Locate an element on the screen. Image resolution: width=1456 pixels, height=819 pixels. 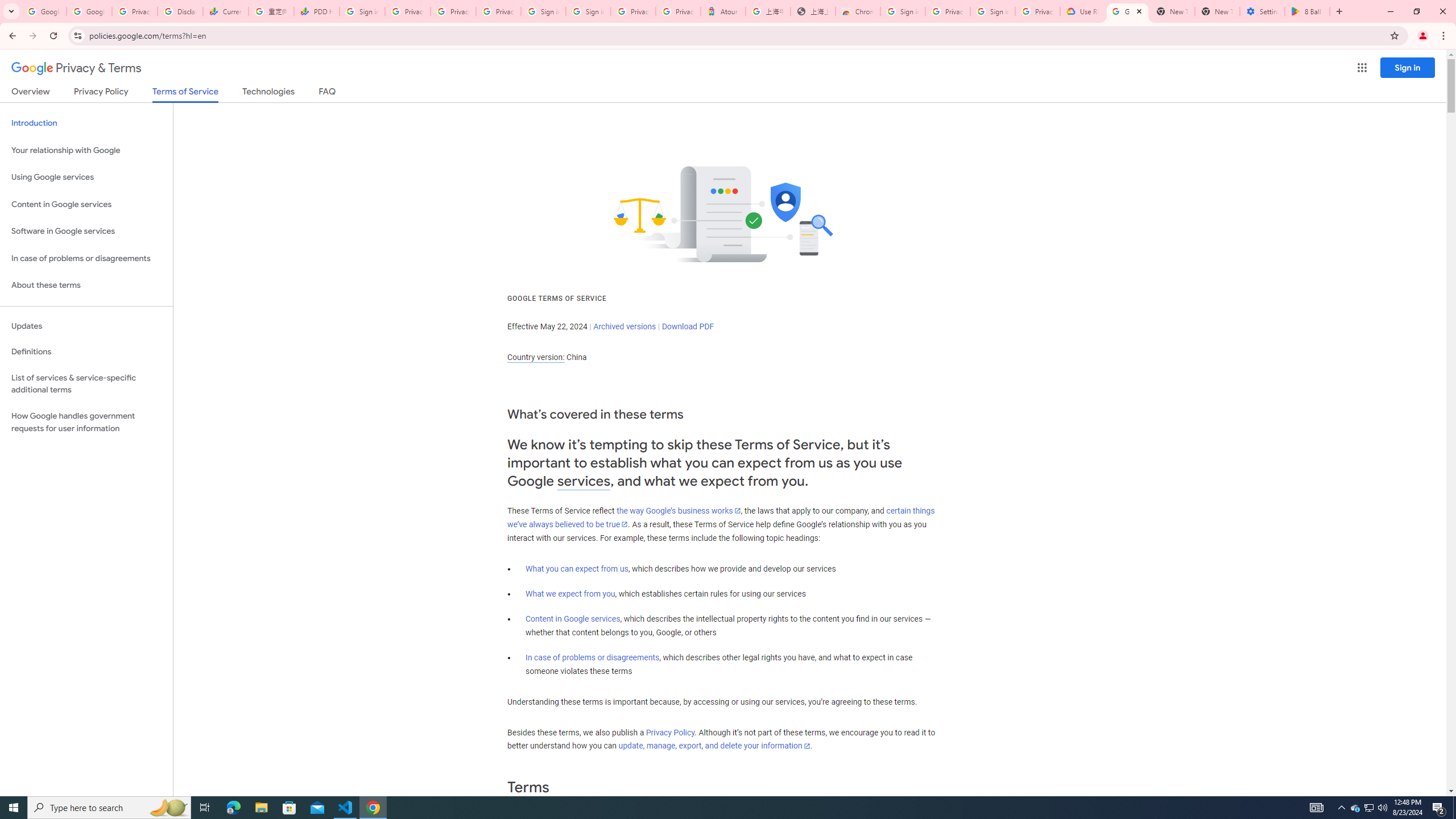
'Chrome Web Store - Color themes by Chrome' is located at coordinates (857, 11).